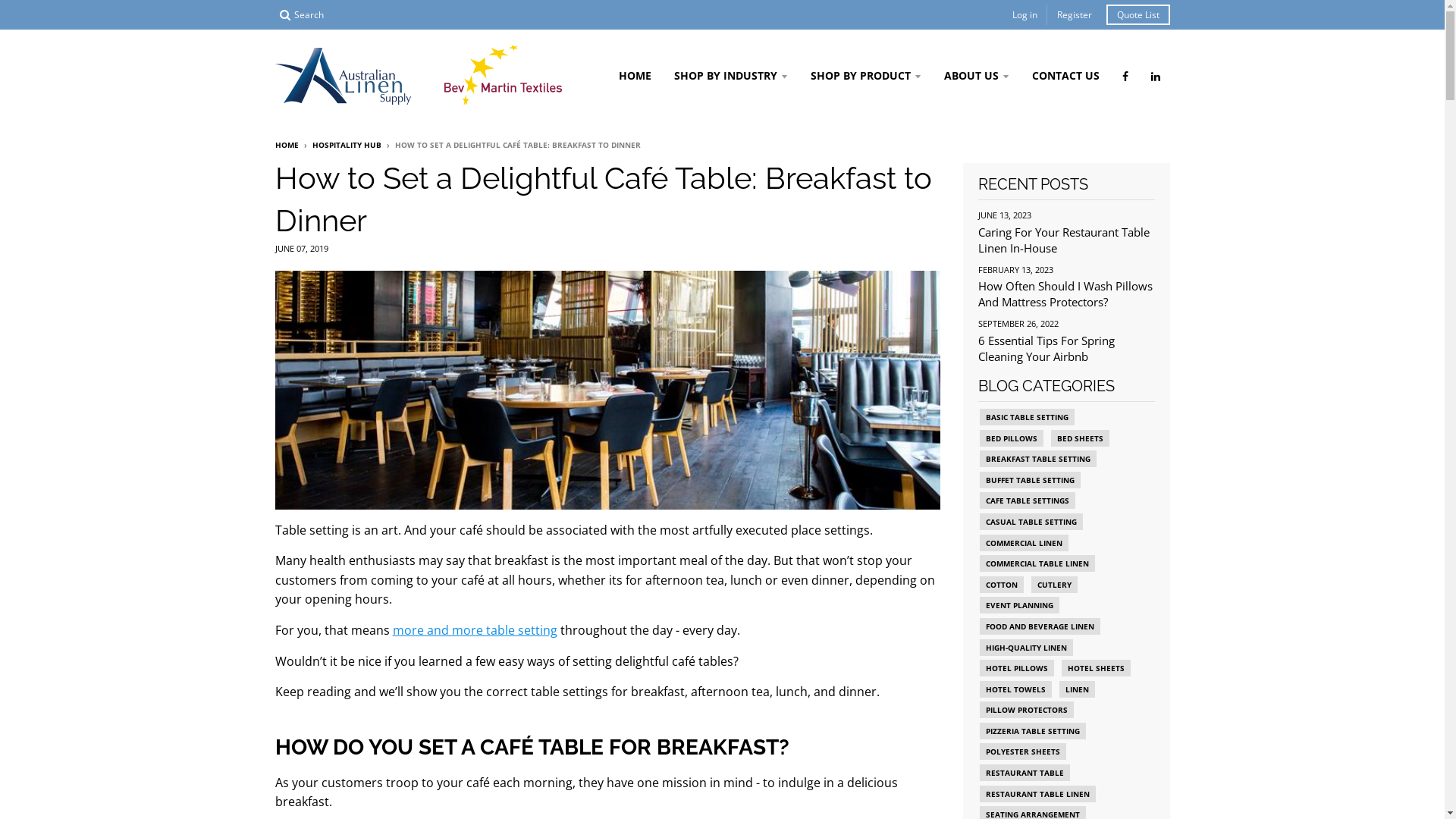 The image size is (1456, 819). I want to click on 'BASIC TABLE SETTING', so click(1027, 417).